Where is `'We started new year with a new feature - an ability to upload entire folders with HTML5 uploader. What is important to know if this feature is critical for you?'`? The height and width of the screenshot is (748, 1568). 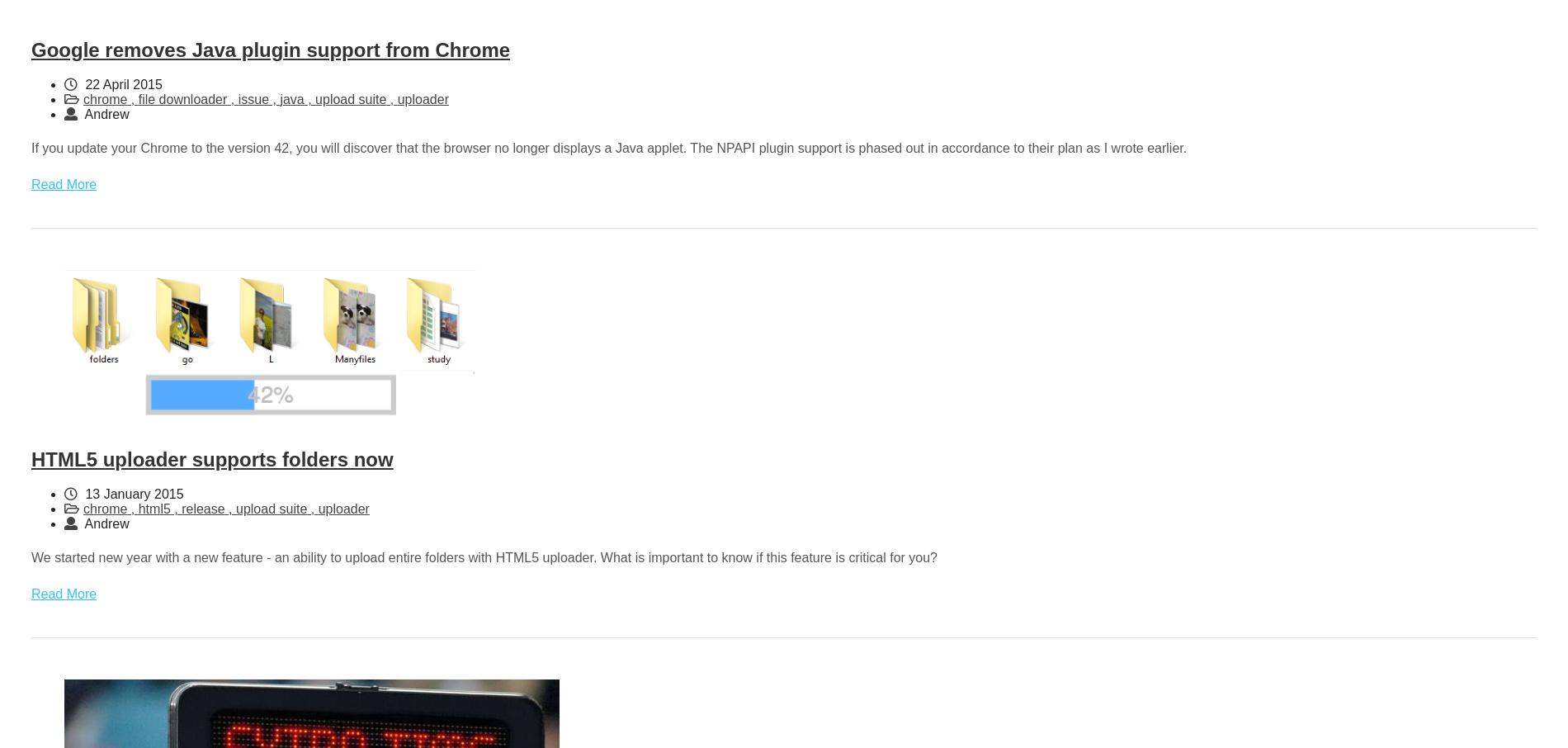 'We started new year with a new feature - an ability to upload entire folders with HTML5 uploader. What is important to know if this feature is critical for you?' is located at coordinates (484, 556).